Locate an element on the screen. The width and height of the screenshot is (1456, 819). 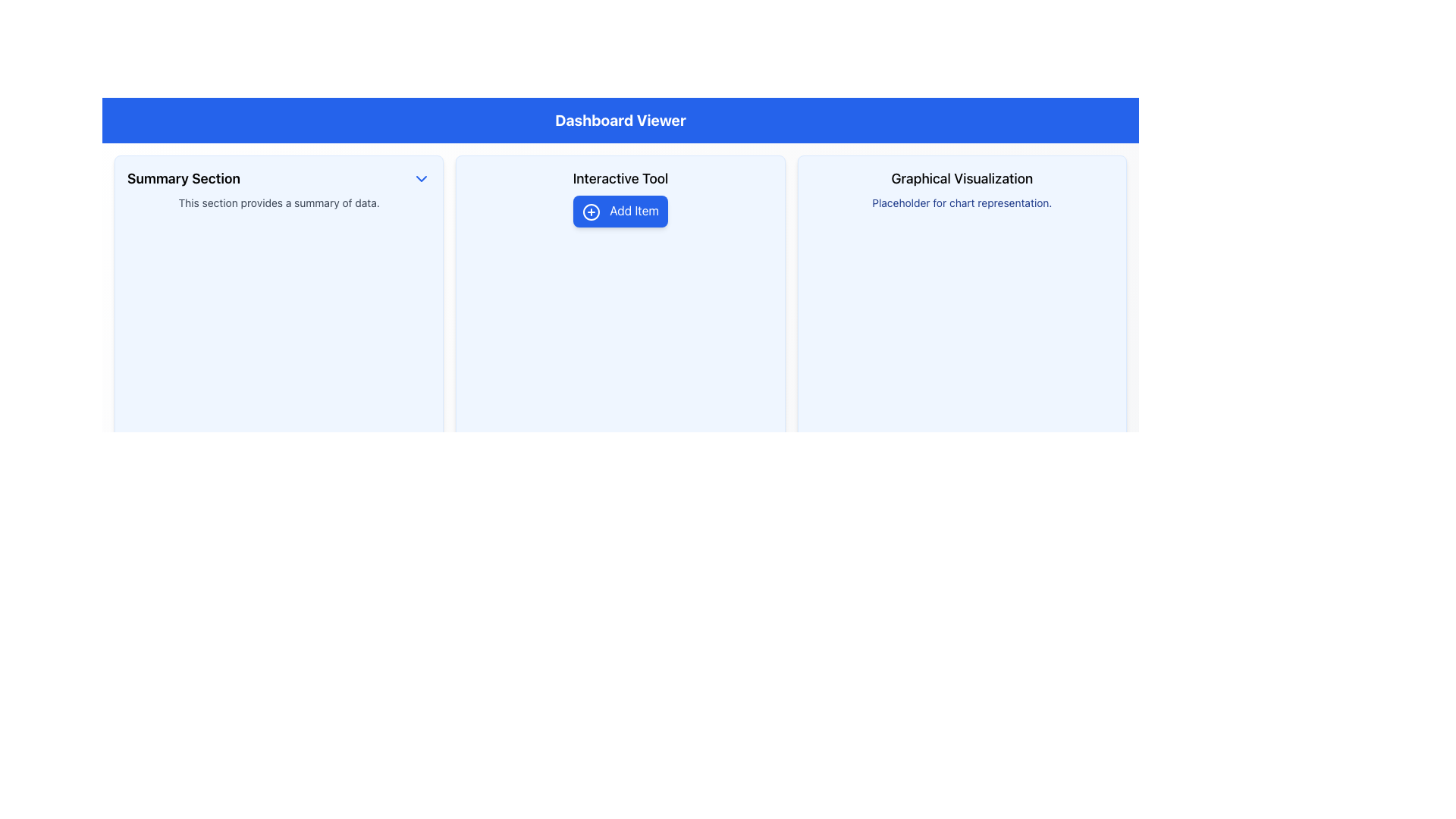
the header label of the dashboard interface, which serves as the title for the overall content layout is located at coordinates (620, 119).